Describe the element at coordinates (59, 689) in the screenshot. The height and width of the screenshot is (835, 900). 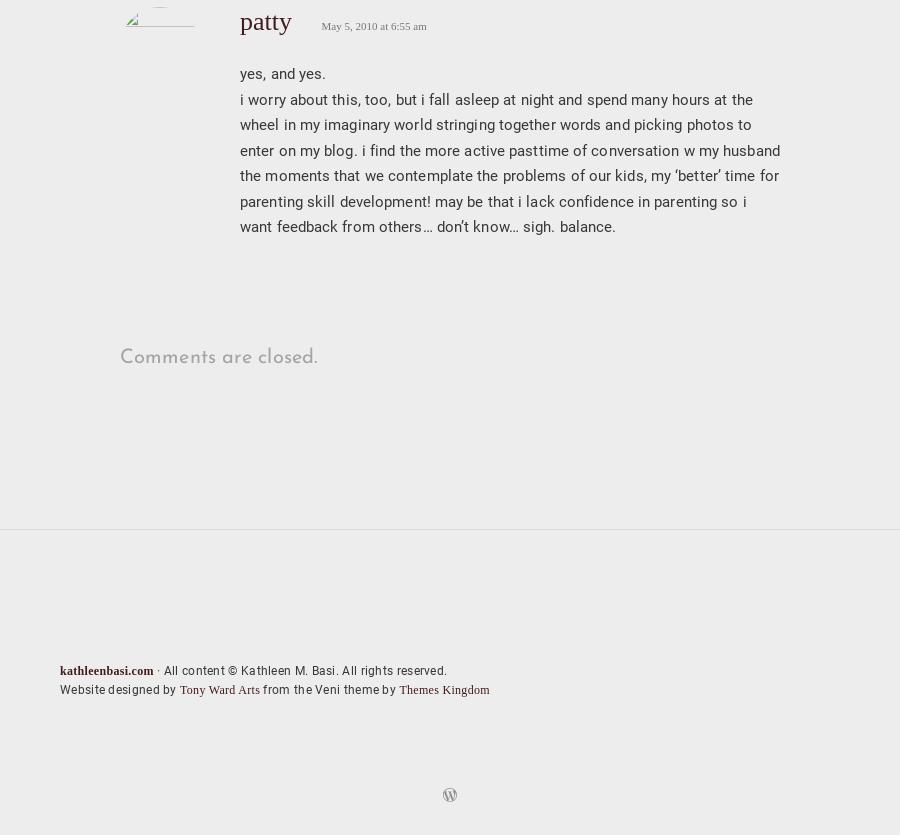
I see `'Website designed by'` at that location.